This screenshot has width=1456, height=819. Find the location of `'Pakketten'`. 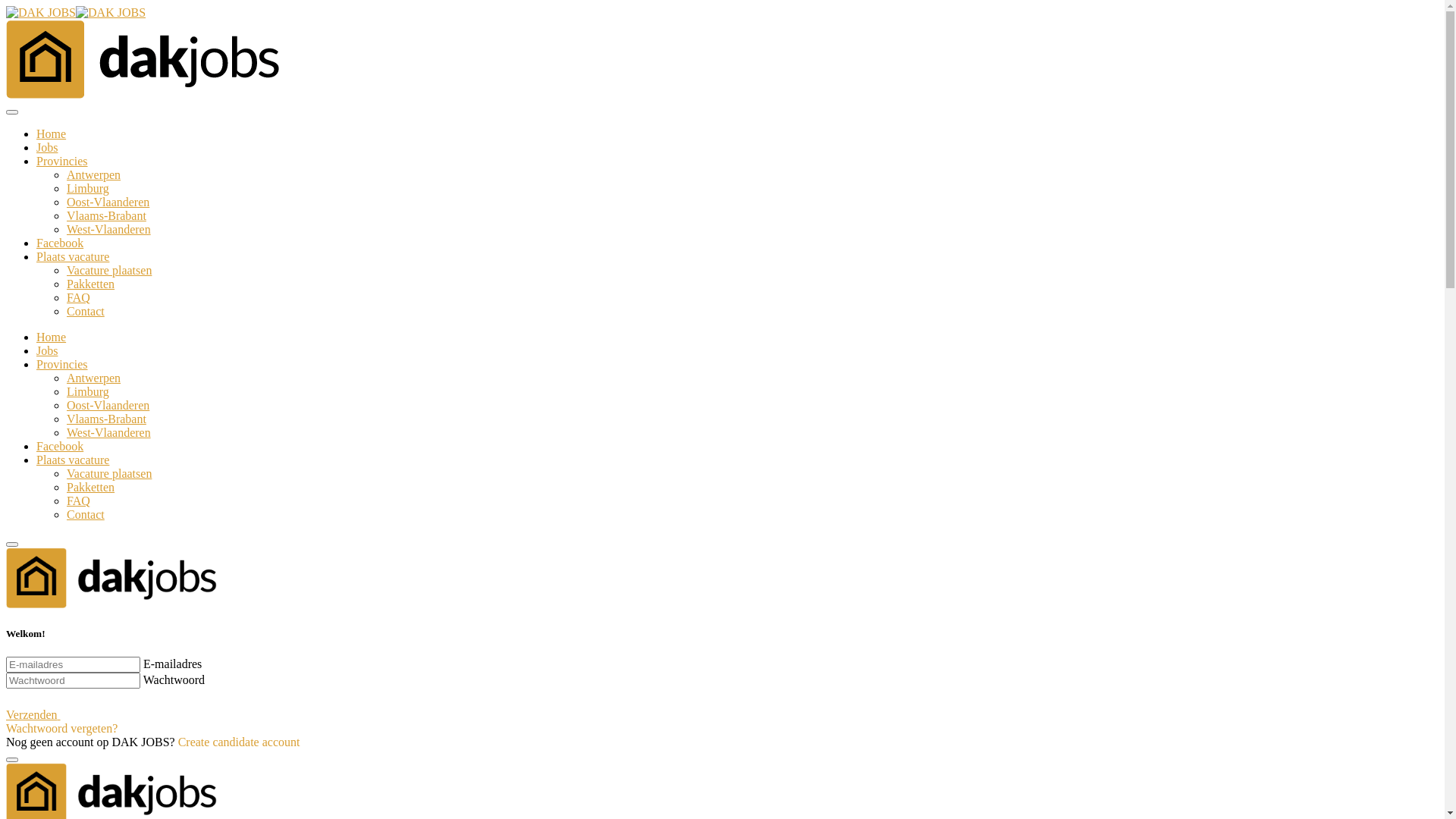

'Pakketten' is located at coordinates (65, 487).